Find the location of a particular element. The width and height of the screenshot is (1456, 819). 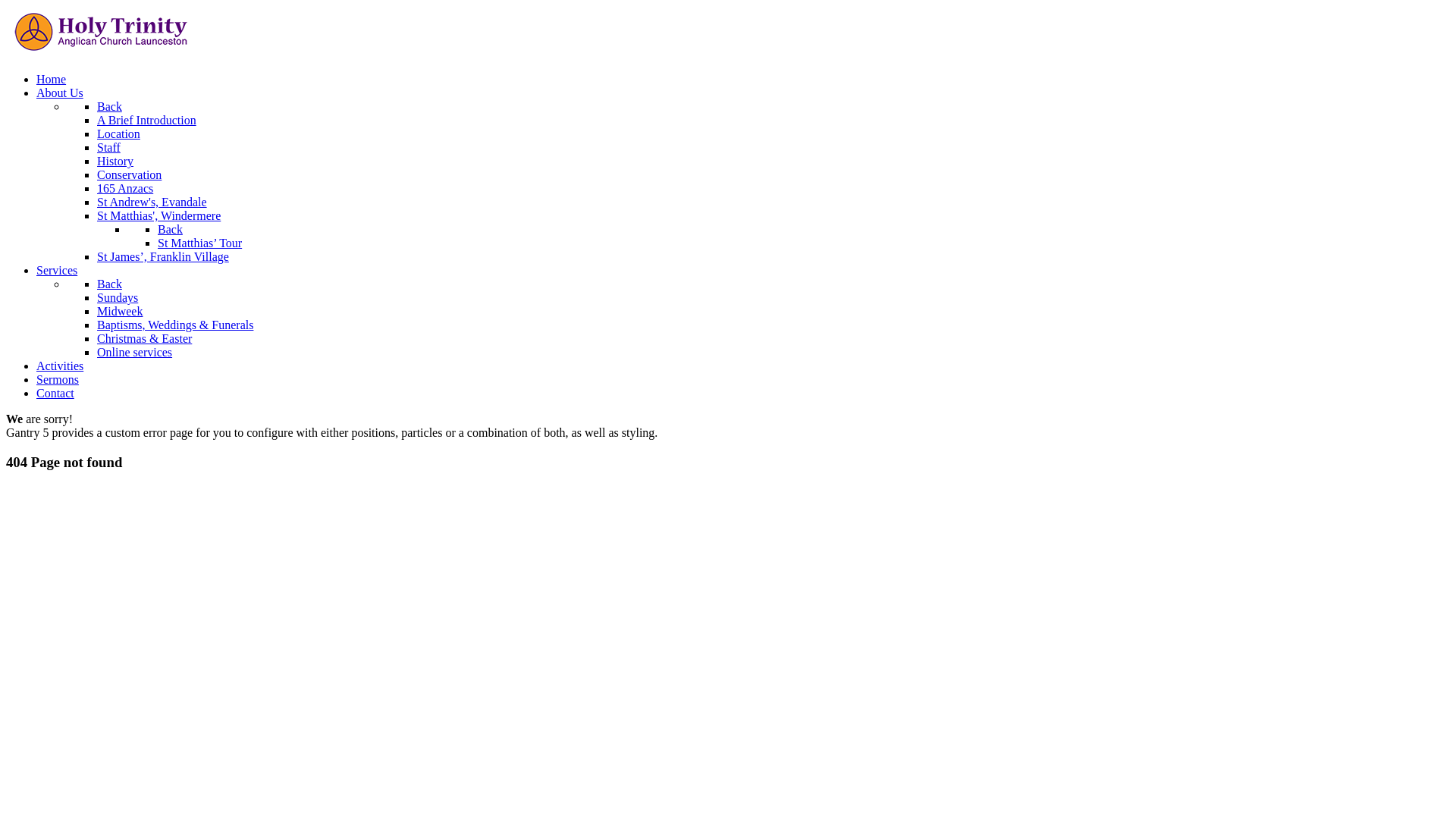

'Sermons' is located at coordinates (58, 378).